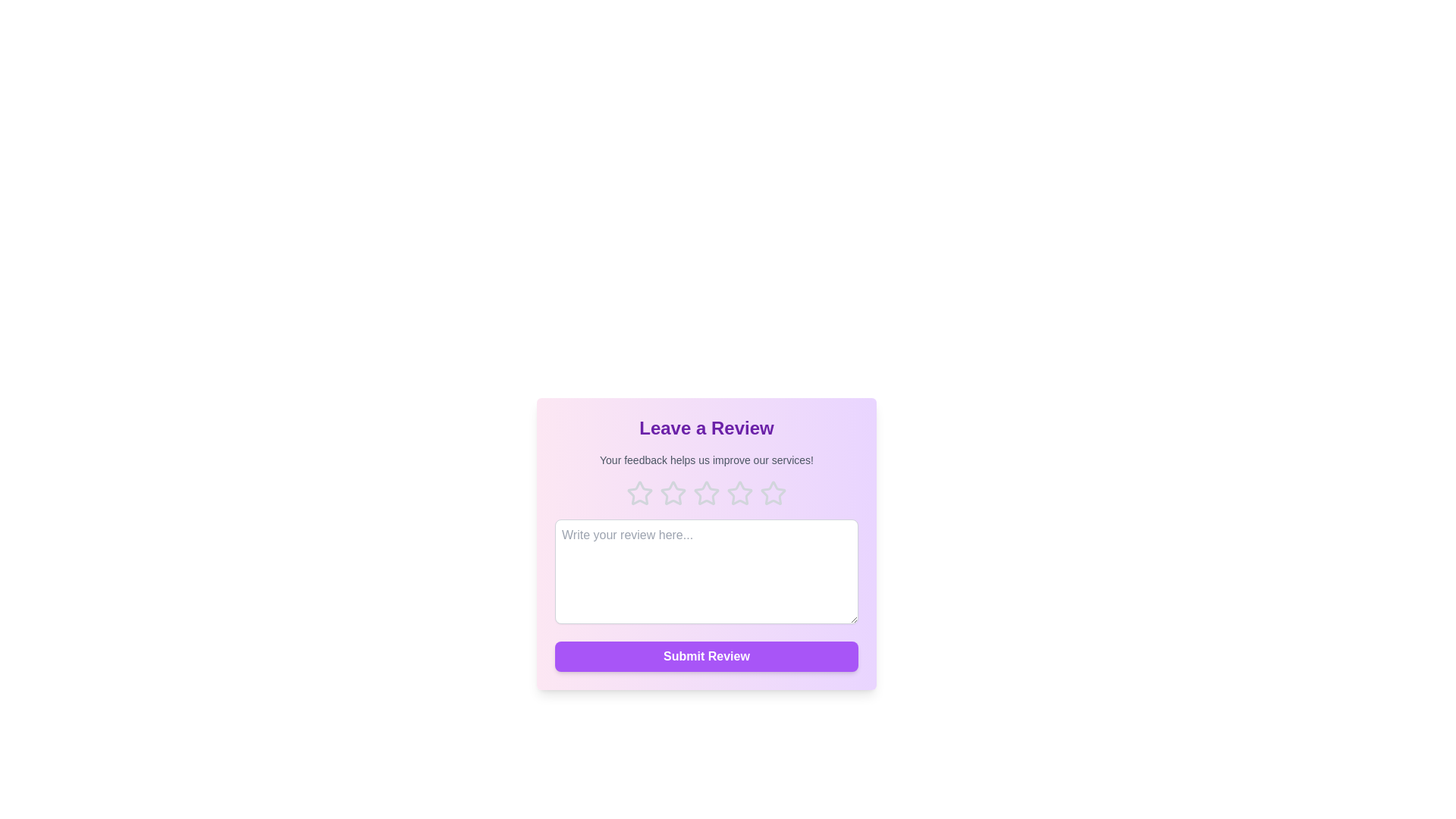 Image resolution: width=1456 pixels, height=819 pixels. Describe the element at coordinates (673, 494) in the screenshot. I see `the rating to 2 stars by clicking on the corresponding star` at that location.